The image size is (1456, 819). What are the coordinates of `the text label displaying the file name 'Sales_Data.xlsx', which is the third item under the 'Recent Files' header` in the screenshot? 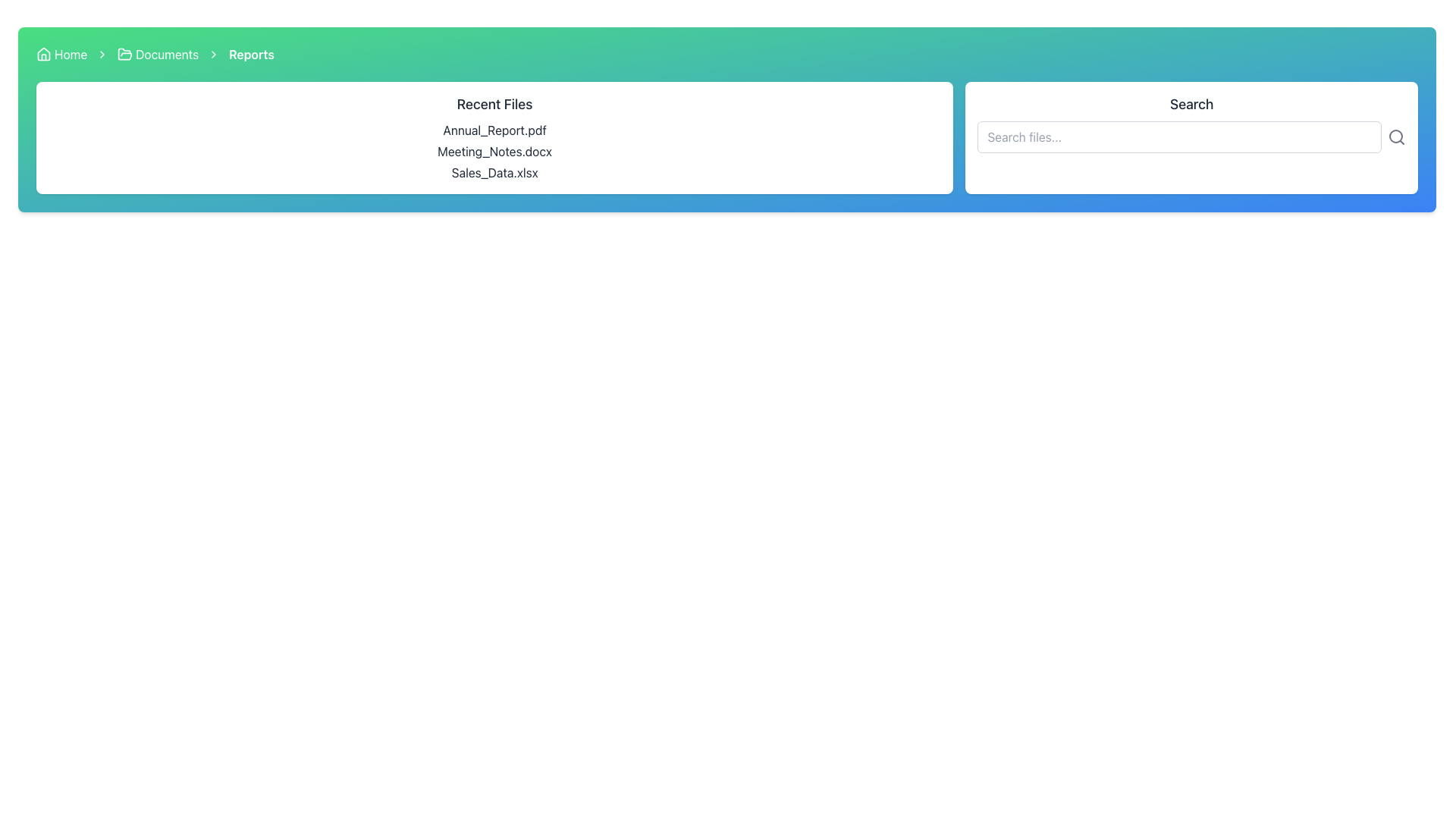 It's located at (494, 171).